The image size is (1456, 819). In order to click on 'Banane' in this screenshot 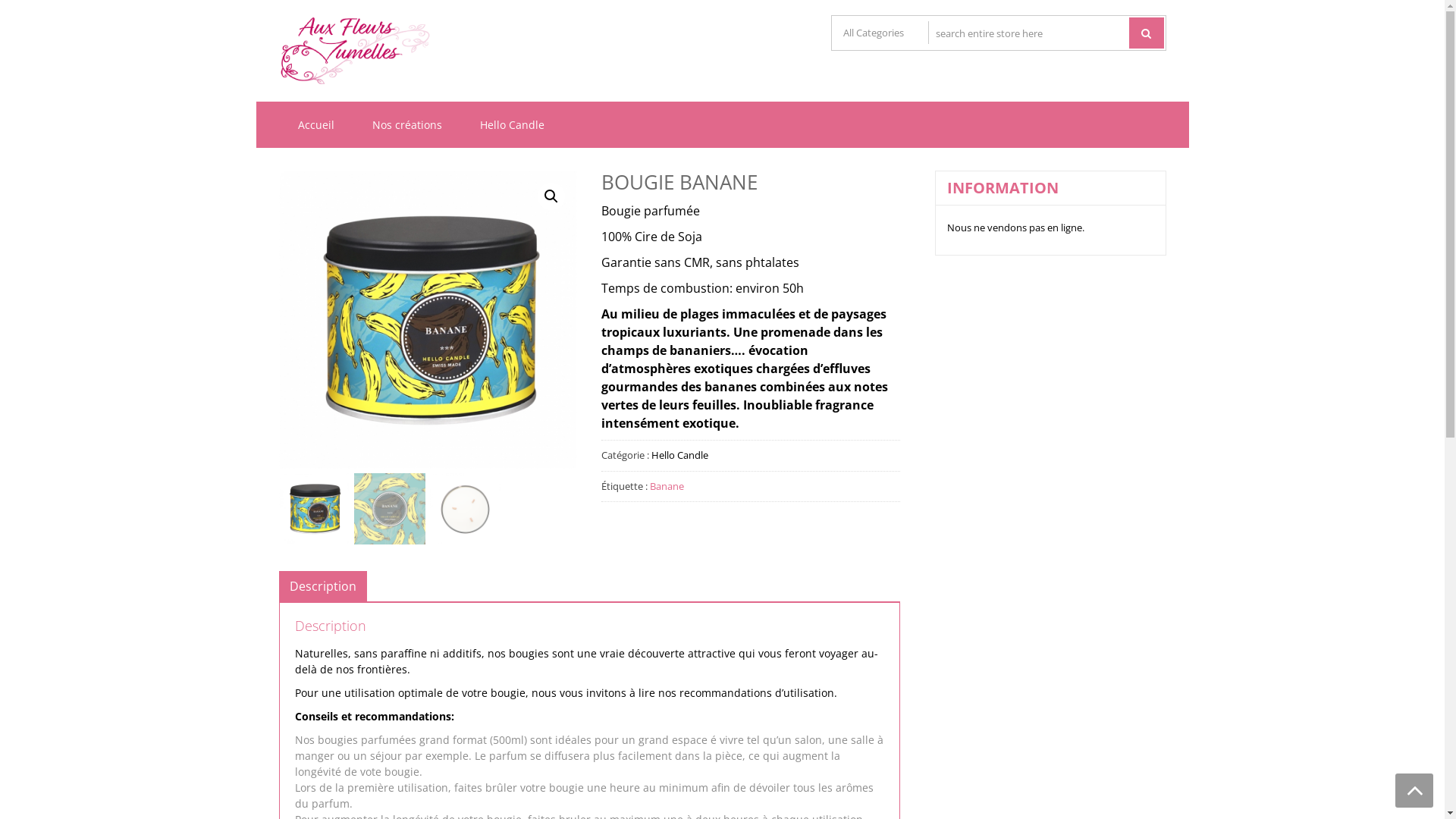, I will do `click(650, 485)`.